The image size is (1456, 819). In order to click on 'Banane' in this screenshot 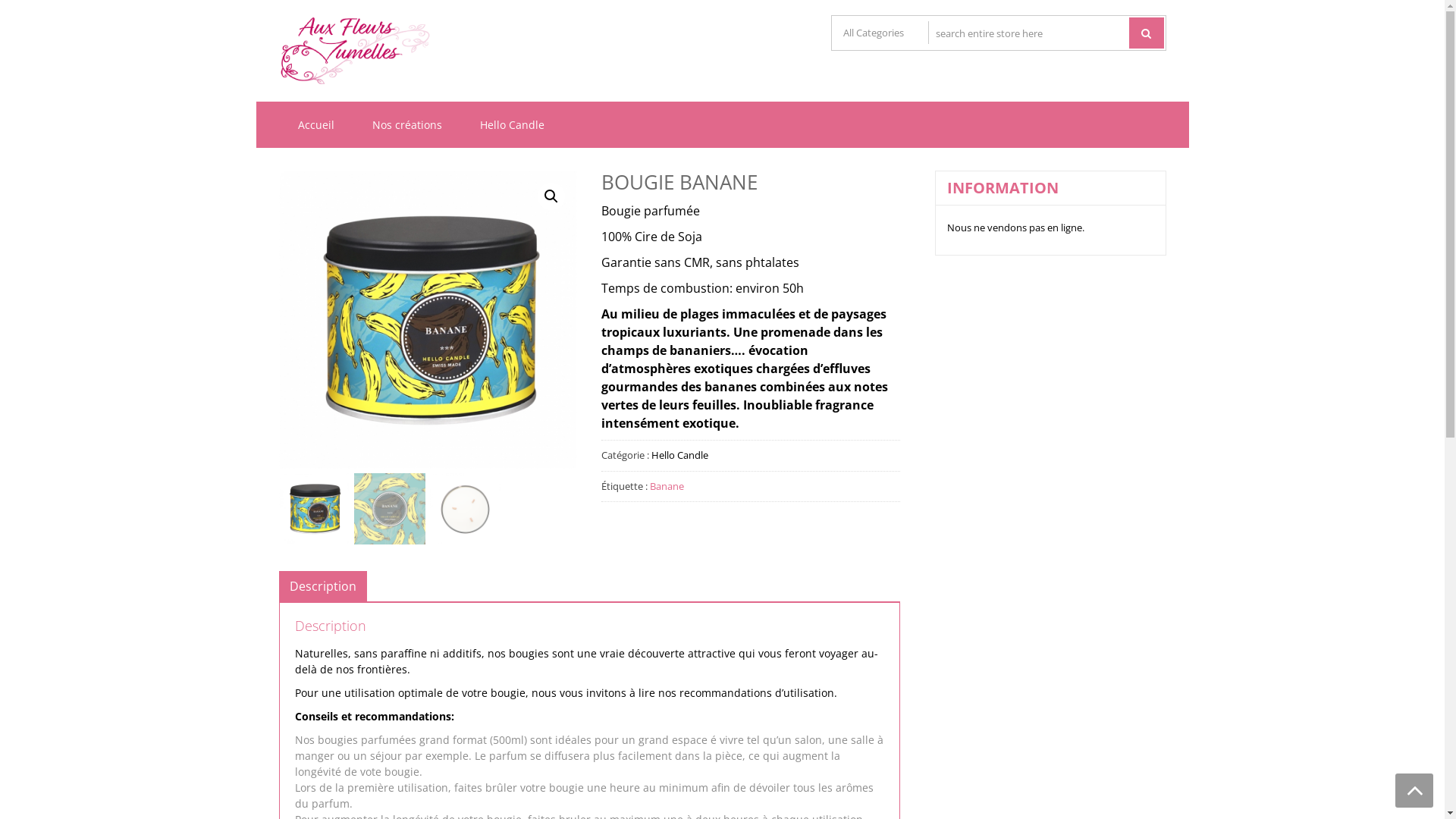, I will do `click(650, 485)`.